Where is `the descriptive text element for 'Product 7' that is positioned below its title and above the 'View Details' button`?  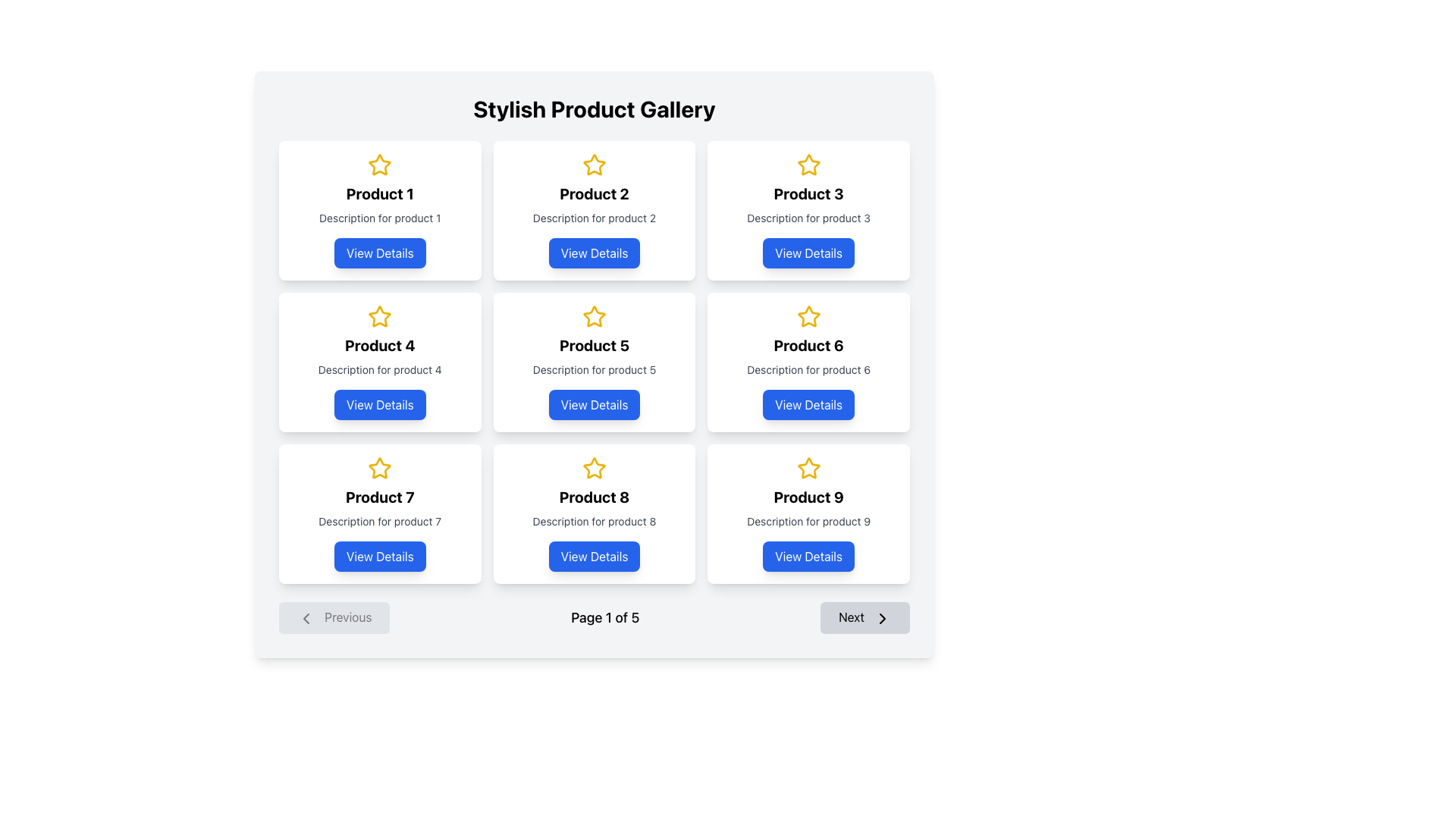 the descriptive text element for 'Product 7' that is positioned below its title and above the 'View Details' button is located at coordinates (380, 520).